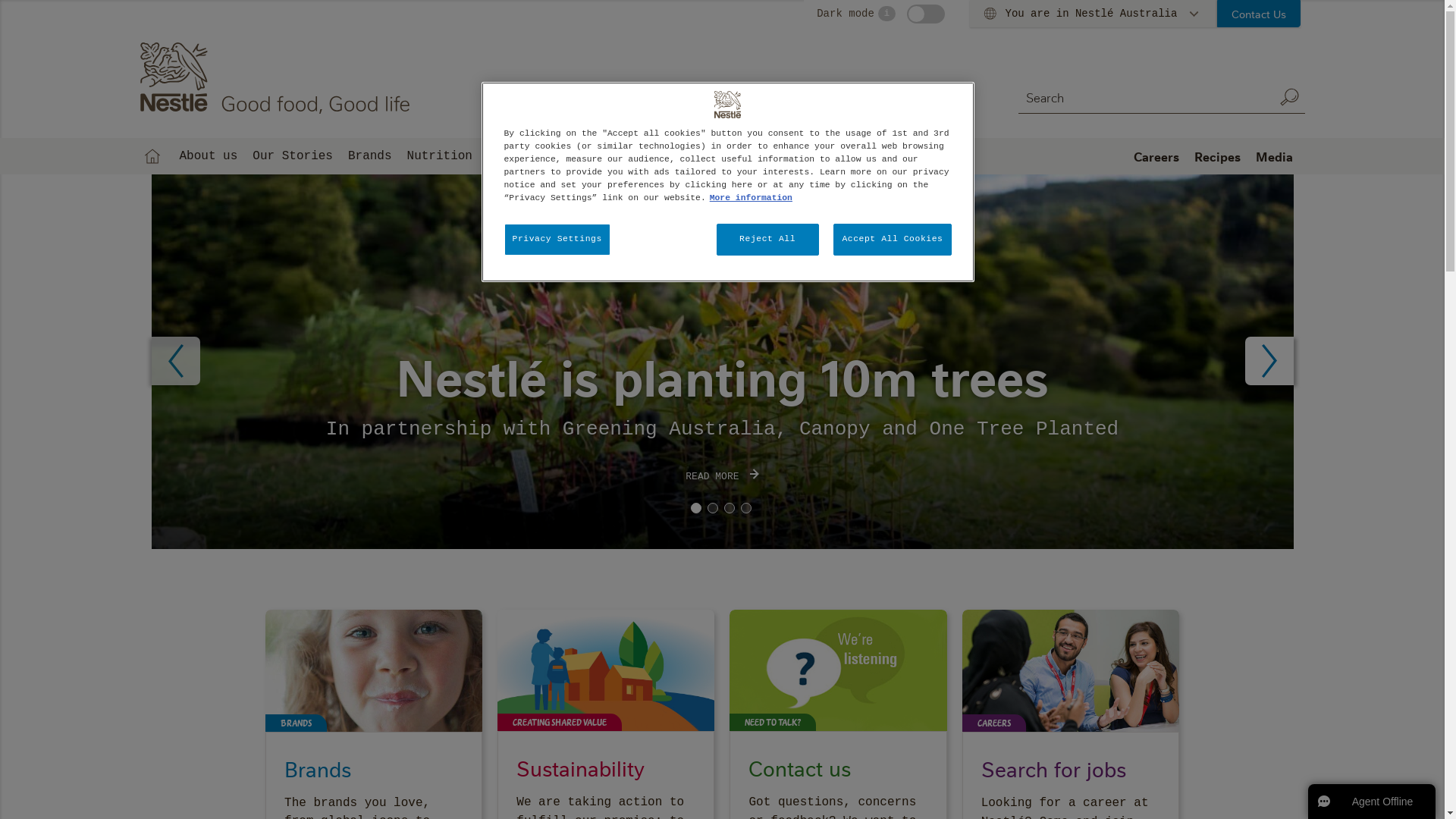 This screenshot has width=1456, height=819. Describe the element at coordinates (767, 239) in the screenshot. I see `'Reject All'` at that location.